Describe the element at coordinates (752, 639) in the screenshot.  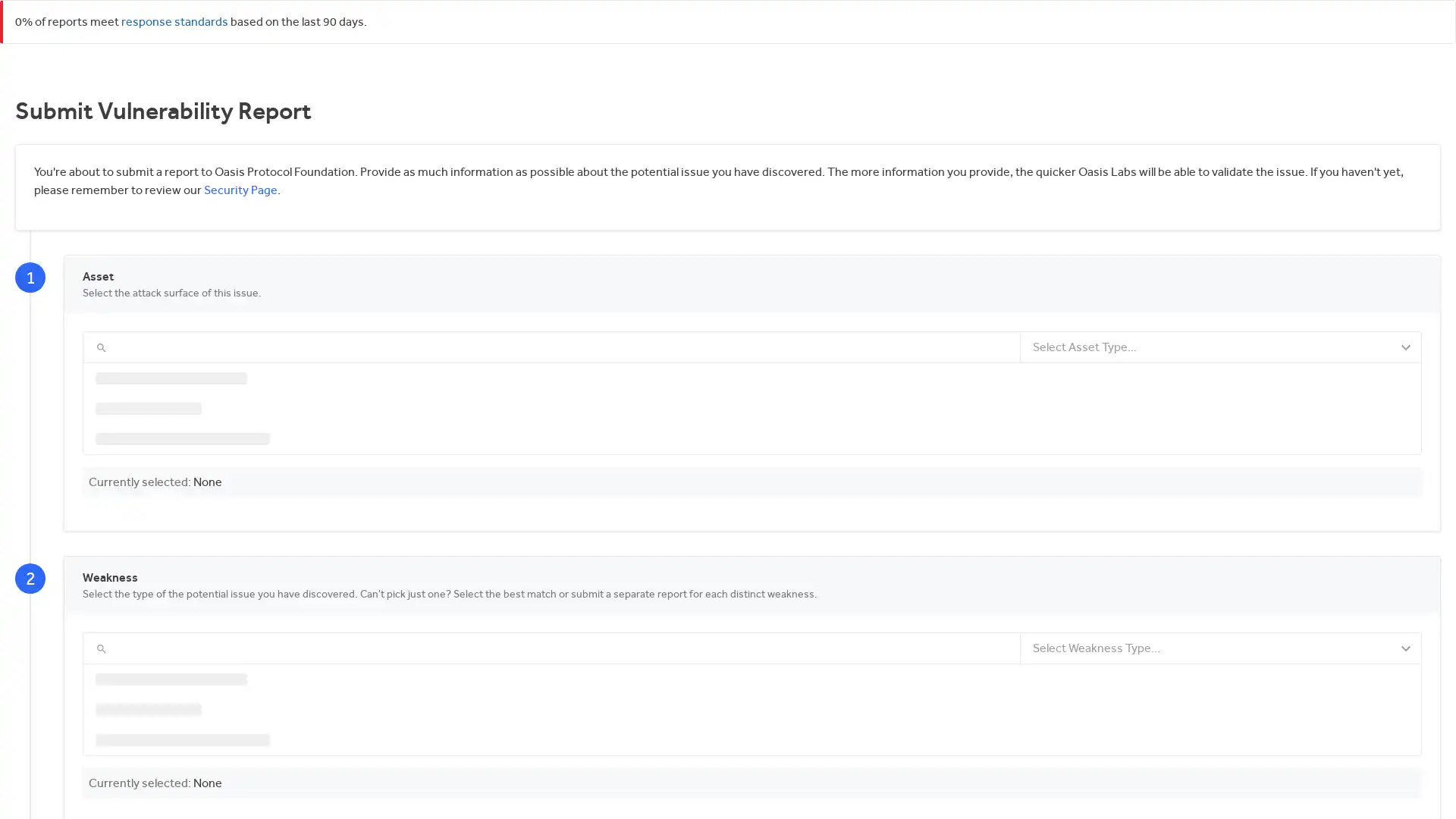
I see `https://github.com/oasisprotocol/oasis-wallet-web Source codeCriticalEligible for bounty` at that location.